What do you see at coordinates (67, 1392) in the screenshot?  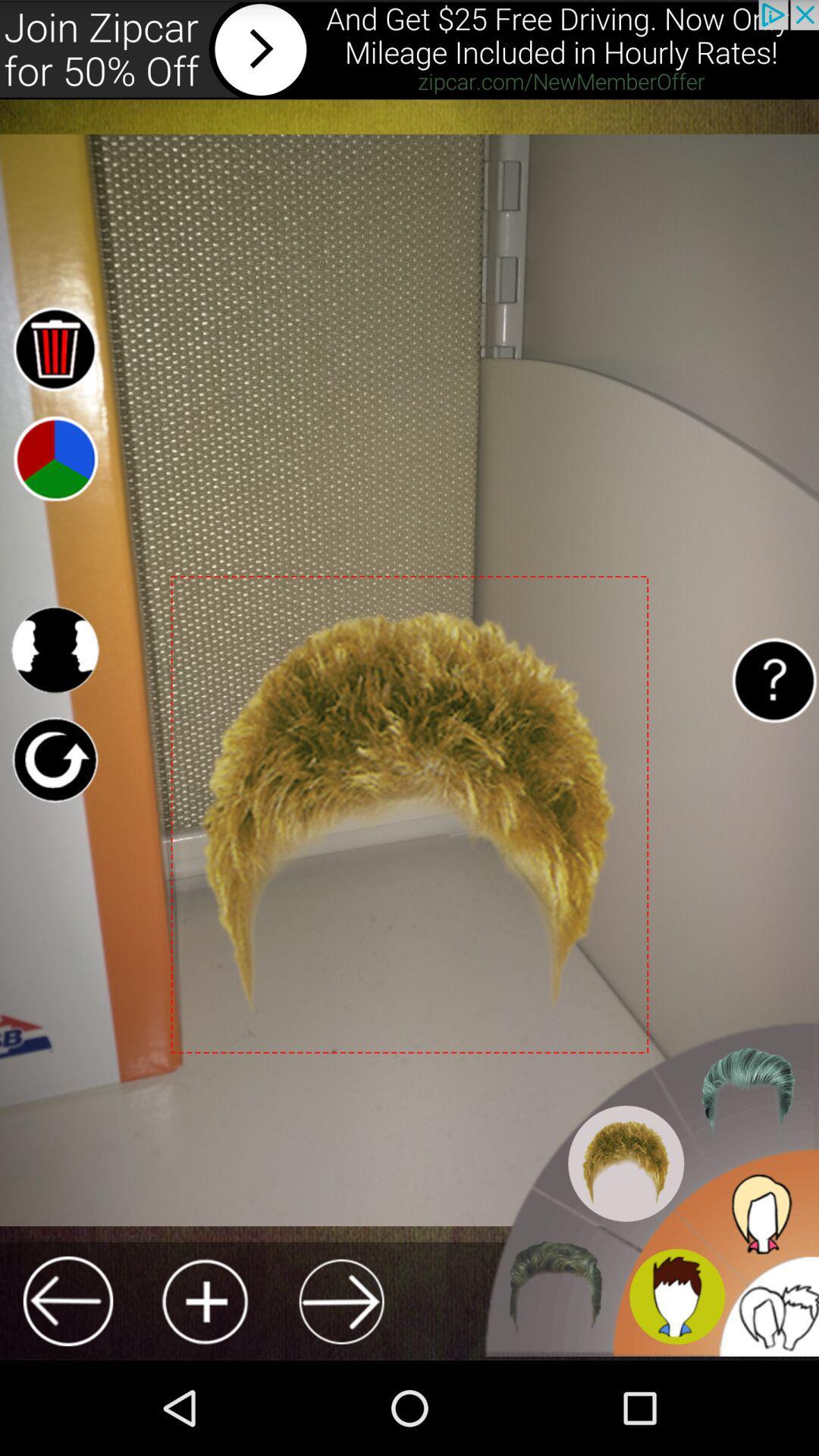 I see `the arrow_backward icon` at bounding box center [67, 1392].